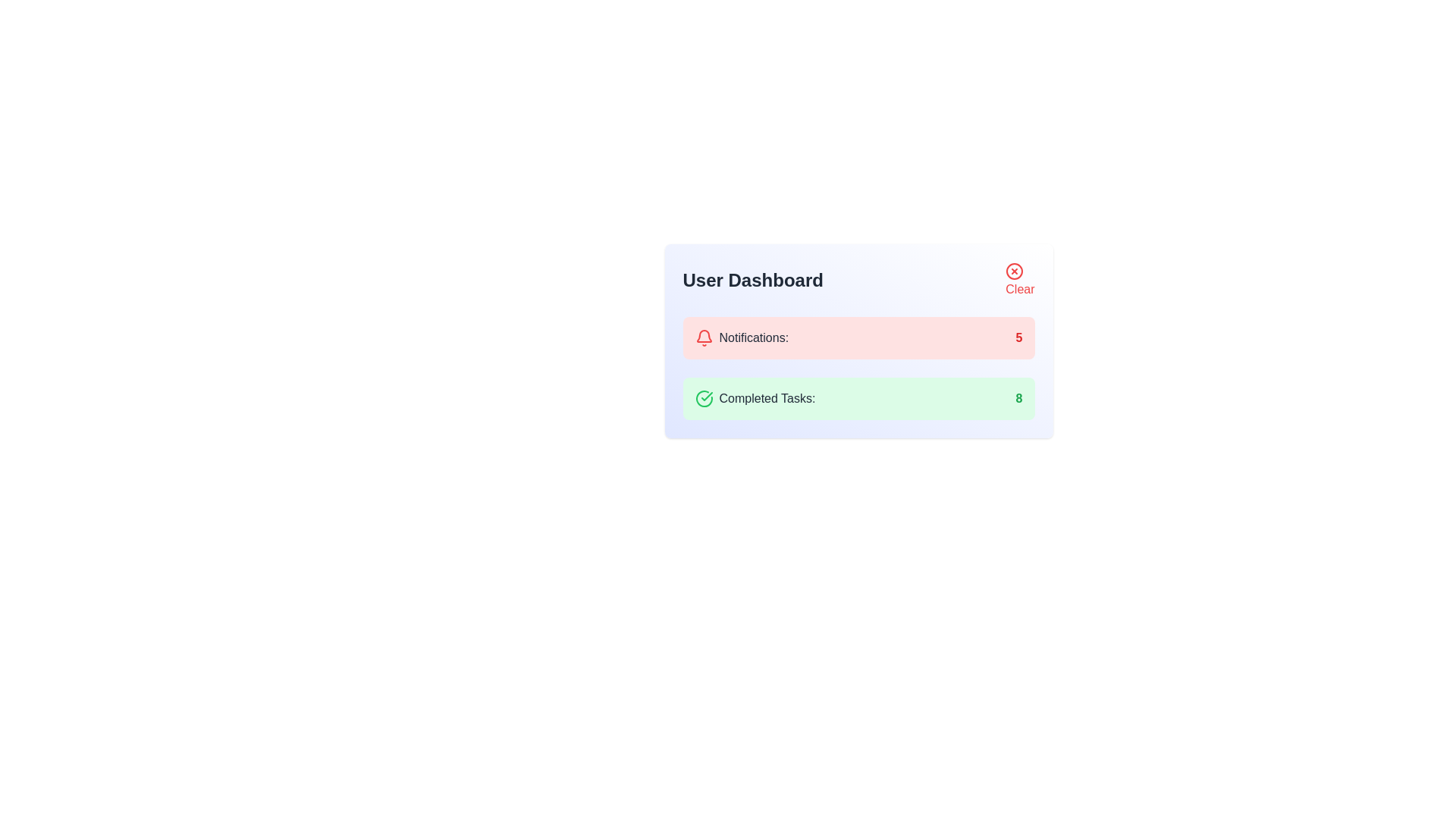  I want to click on the red bell icon representing notifications located in the notification section of the dashboard, positioned to the left of the text 'Notifications:', so click(703, 337).